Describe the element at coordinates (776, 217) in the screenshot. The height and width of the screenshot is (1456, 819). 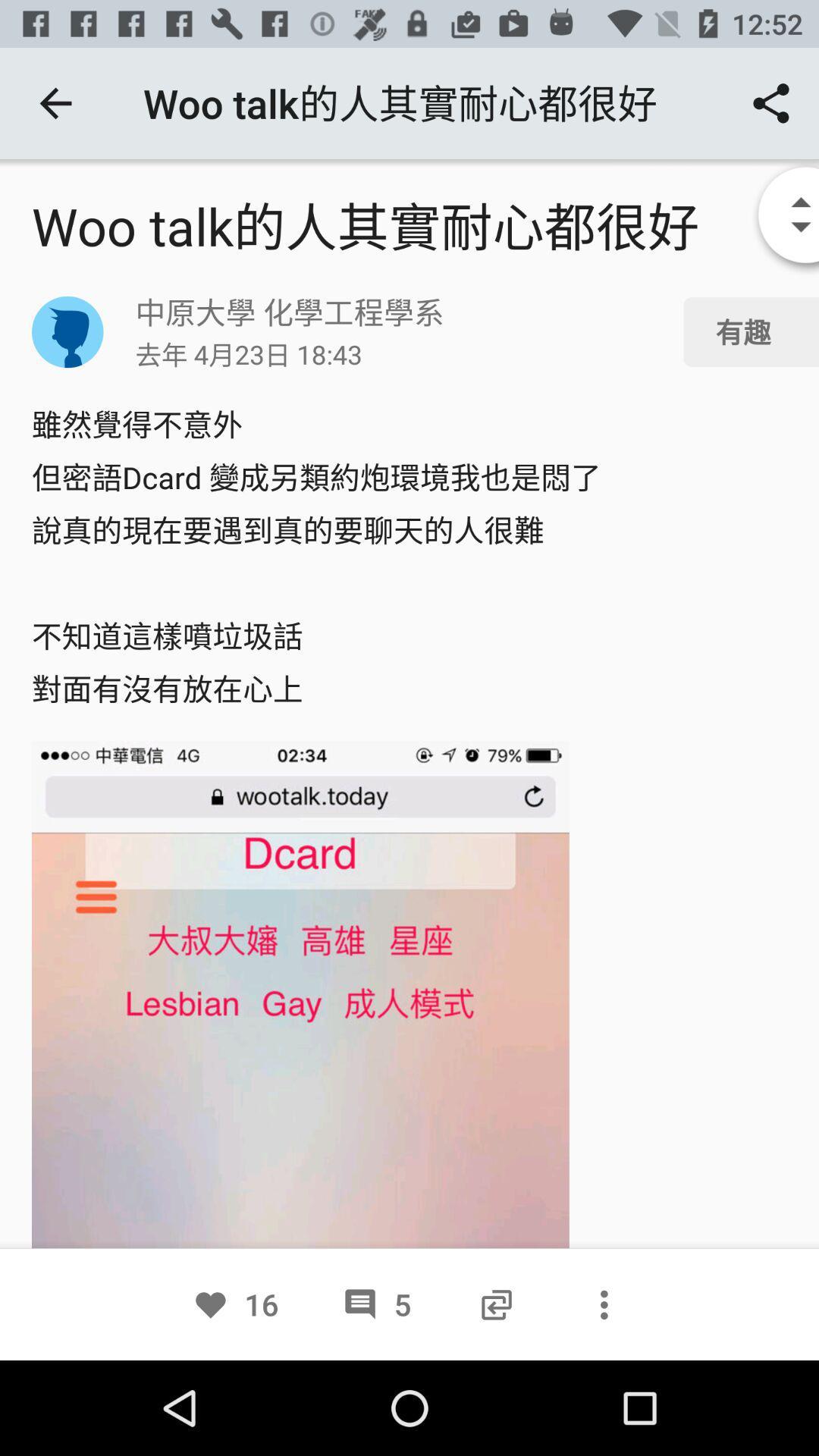
I see `up down arrow button` at that location.